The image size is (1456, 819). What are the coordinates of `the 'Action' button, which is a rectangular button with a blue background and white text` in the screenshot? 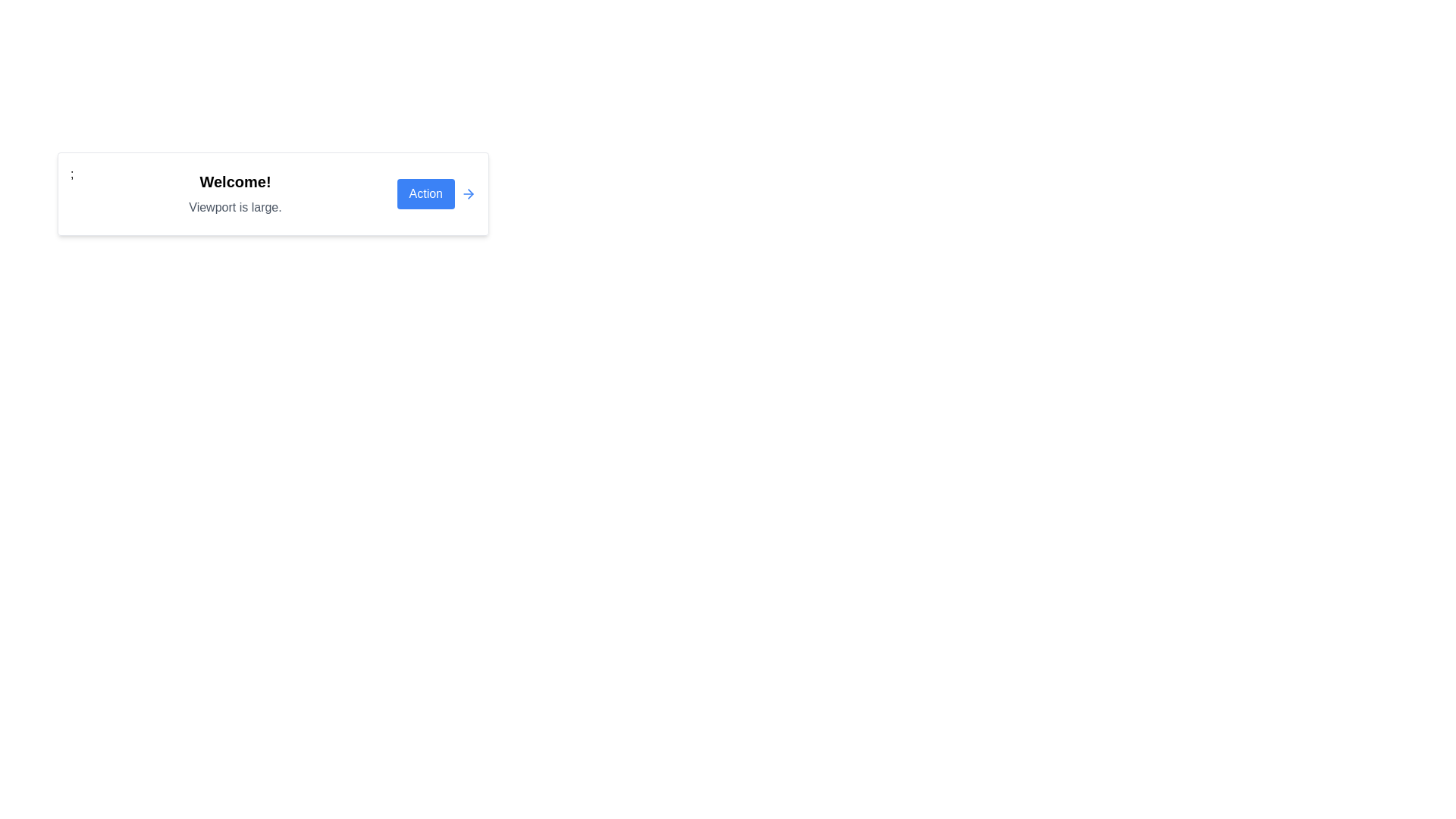 It's located at (425, 193).